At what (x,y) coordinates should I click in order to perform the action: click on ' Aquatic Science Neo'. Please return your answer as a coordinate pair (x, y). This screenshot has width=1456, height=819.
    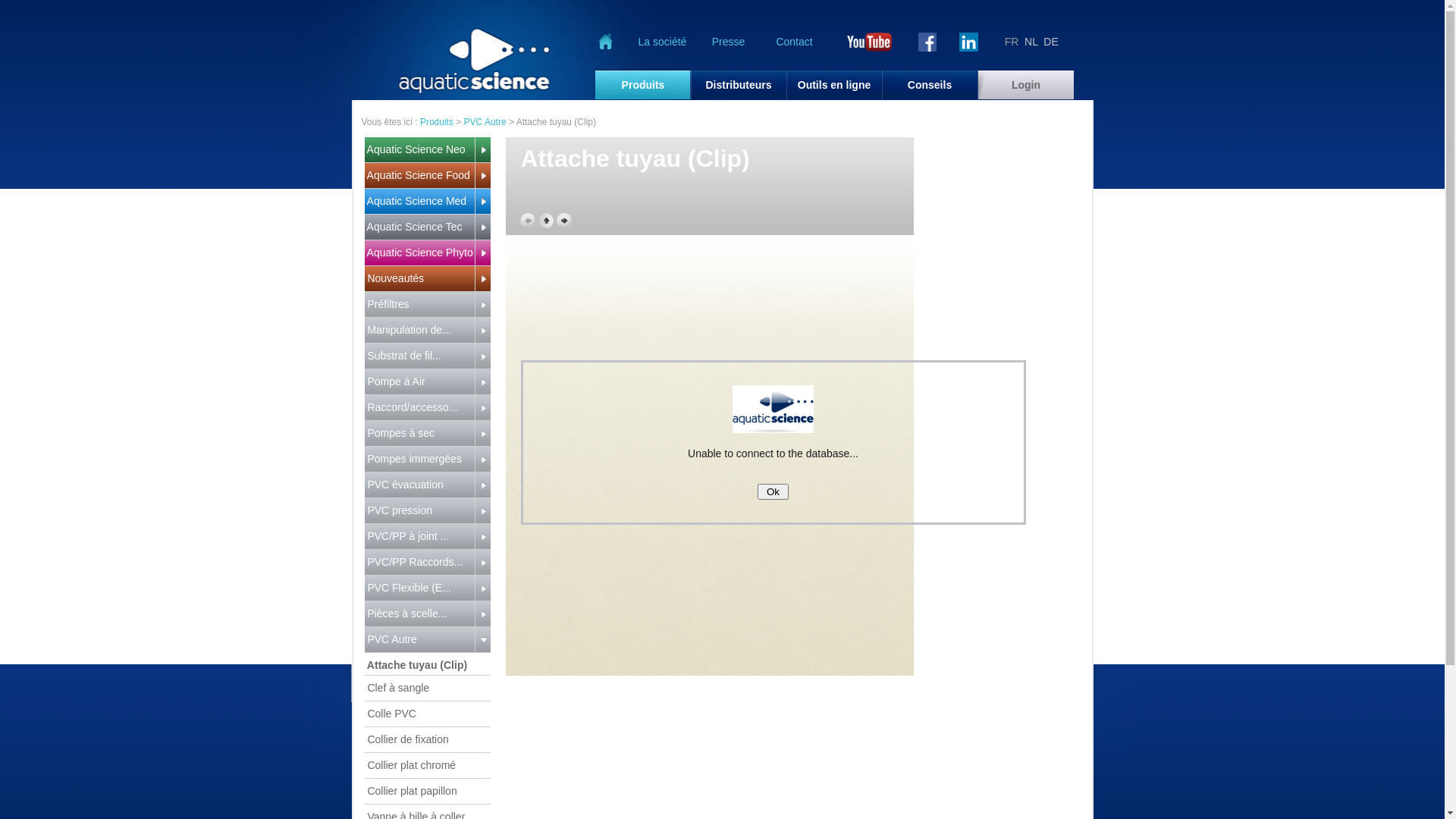
    Looking at the image, I should click on (419, 149).